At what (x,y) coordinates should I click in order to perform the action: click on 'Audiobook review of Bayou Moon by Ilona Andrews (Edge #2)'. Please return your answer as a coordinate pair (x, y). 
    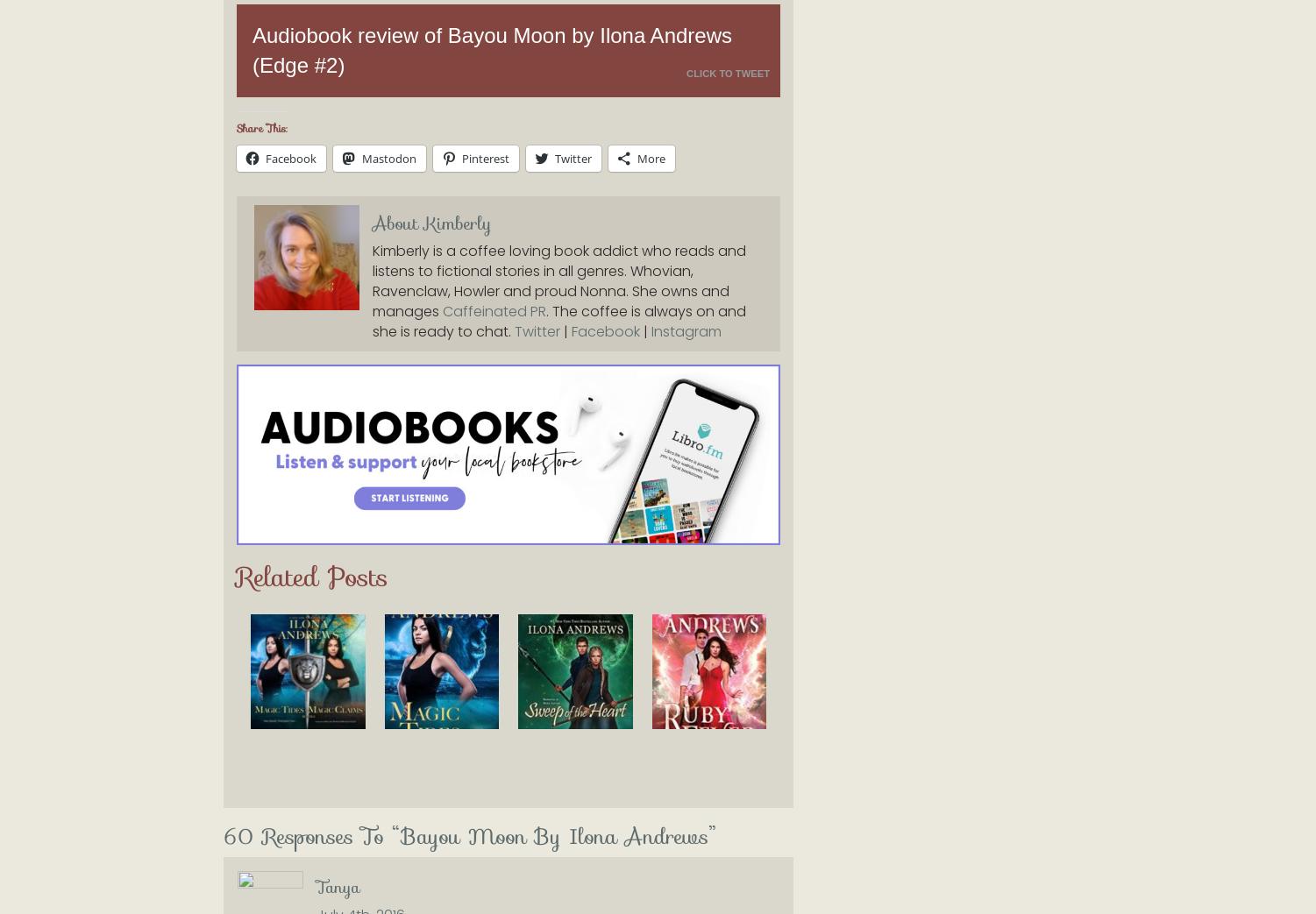
    Looking at the image, I should click on (492, 49).